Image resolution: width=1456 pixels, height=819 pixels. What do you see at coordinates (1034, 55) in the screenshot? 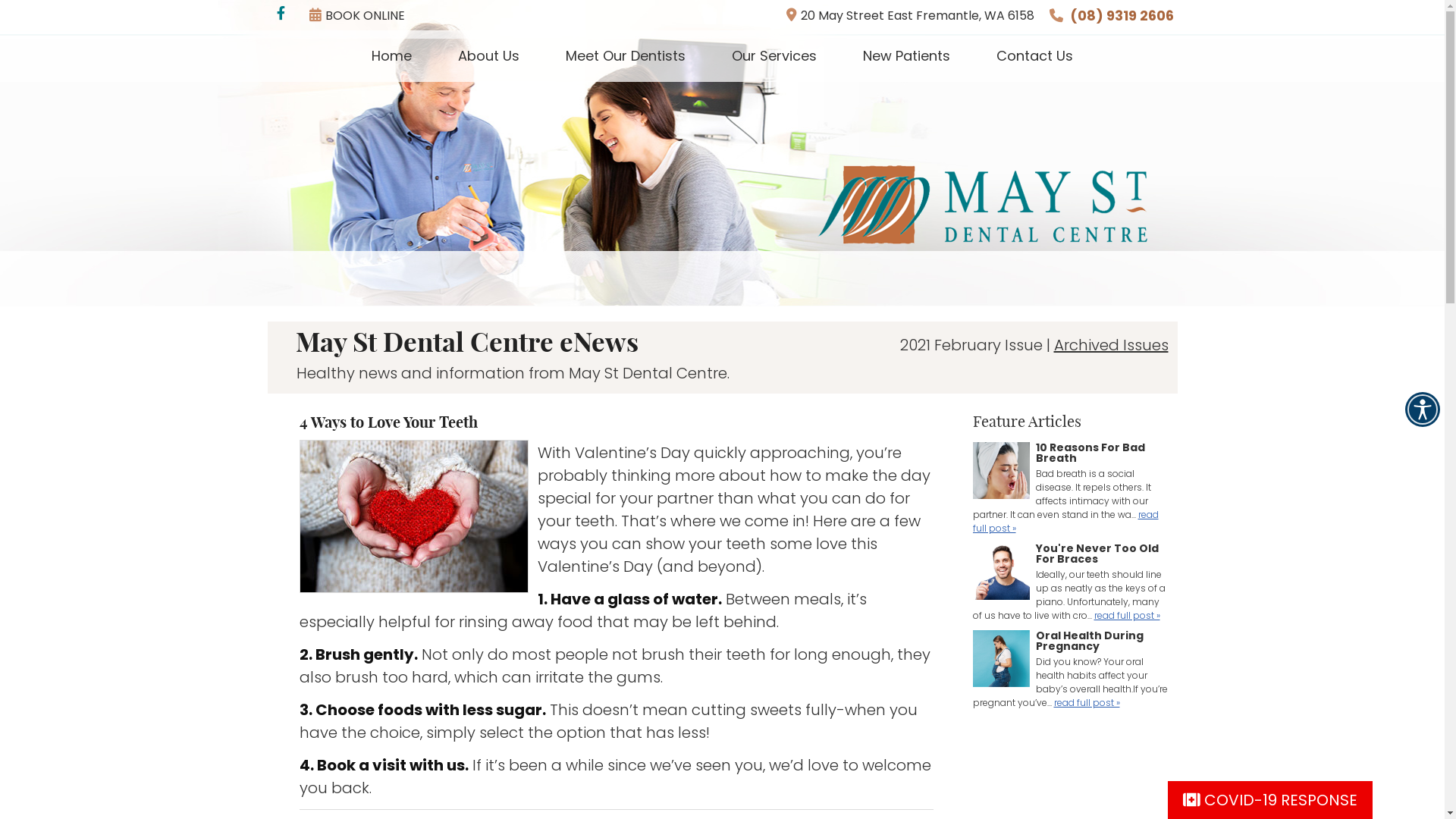
I see `'Contact Us'` at bounding box center [1034, 55].